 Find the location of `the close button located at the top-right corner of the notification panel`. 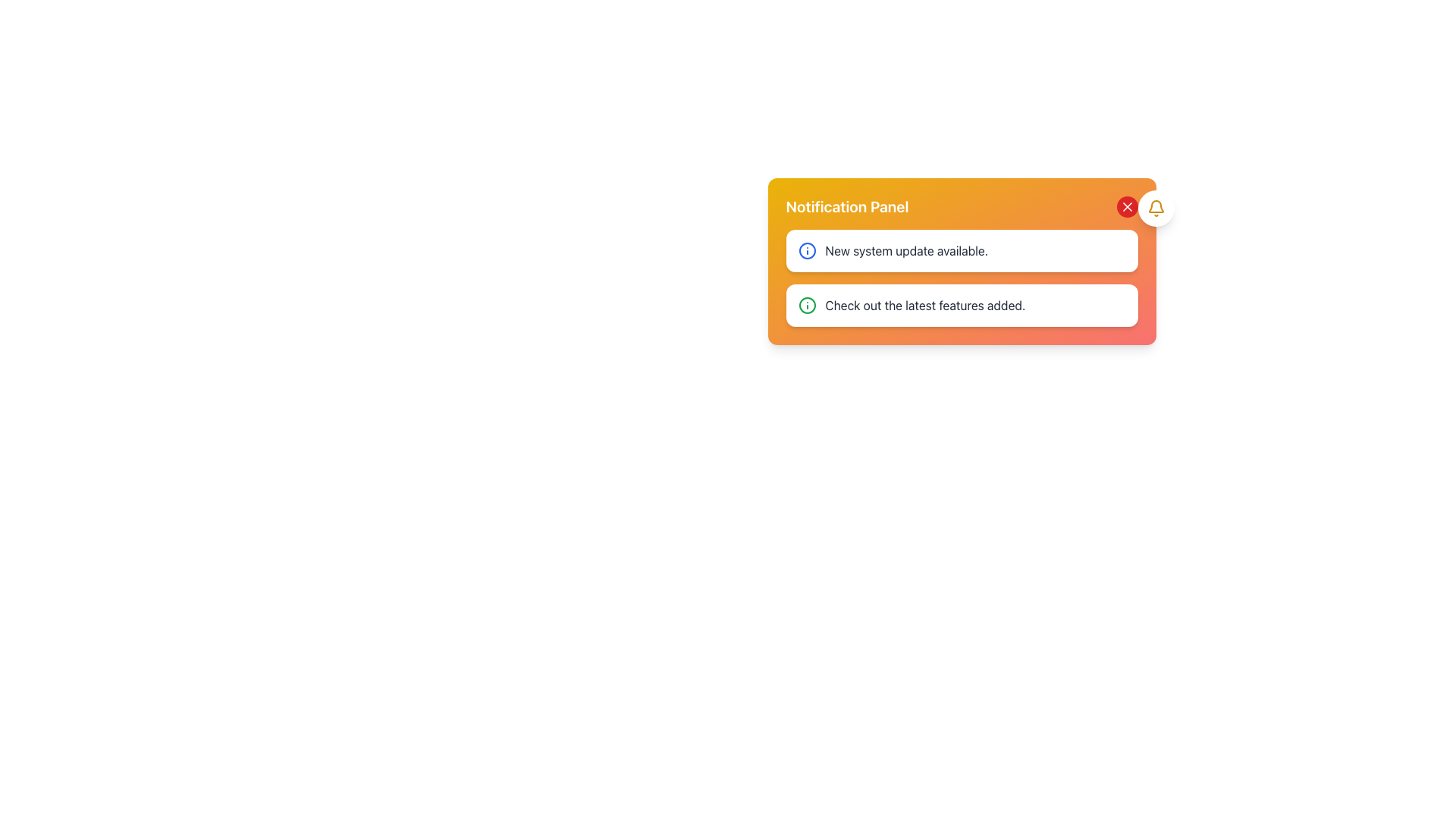

the close button located at the top-right corner of the notification panel is located at coordinates (1127, 207).